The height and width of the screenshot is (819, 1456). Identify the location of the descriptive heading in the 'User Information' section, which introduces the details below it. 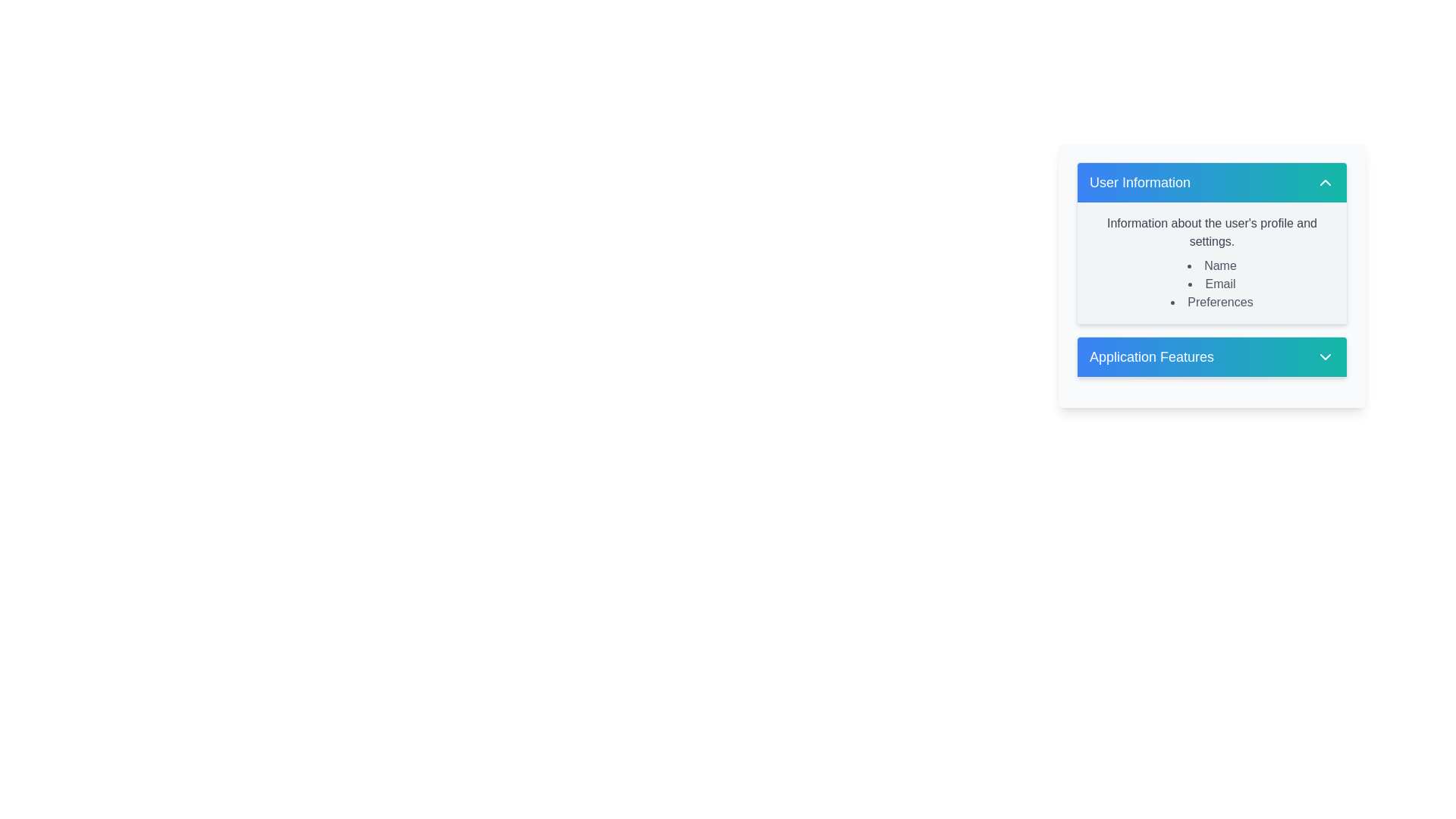
(1211, 233).